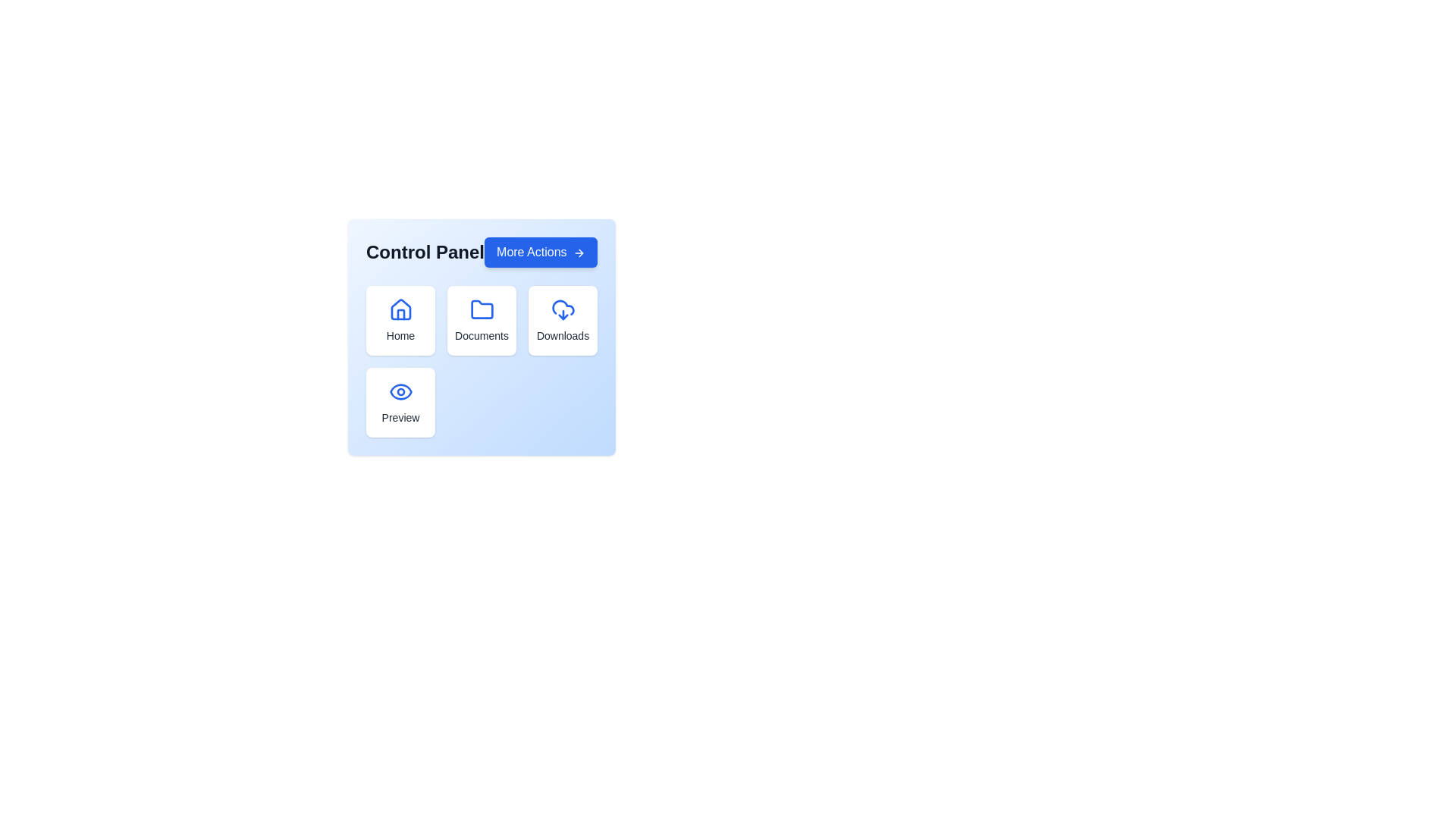 The width and height of the screenshot is (1456, 819). What do you see at coordinates (400, 402) in the screenshot?
I see `the preview button located in the bottom-left corner of the grid layout` at bounding box center [400, 402].